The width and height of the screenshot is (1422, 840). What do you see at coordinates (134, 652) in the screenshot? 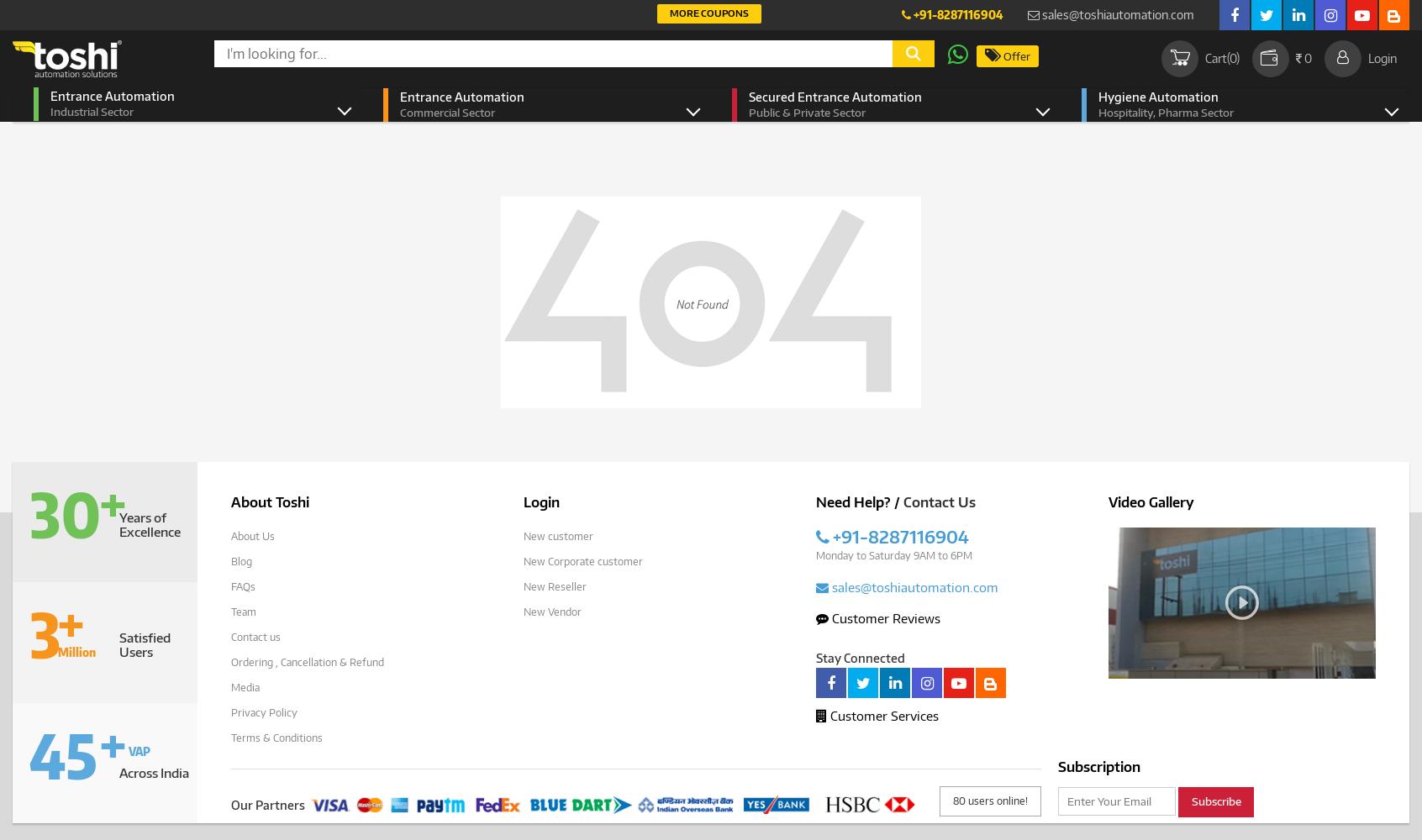
I see `'Users'` at bounding box center [134, 652].